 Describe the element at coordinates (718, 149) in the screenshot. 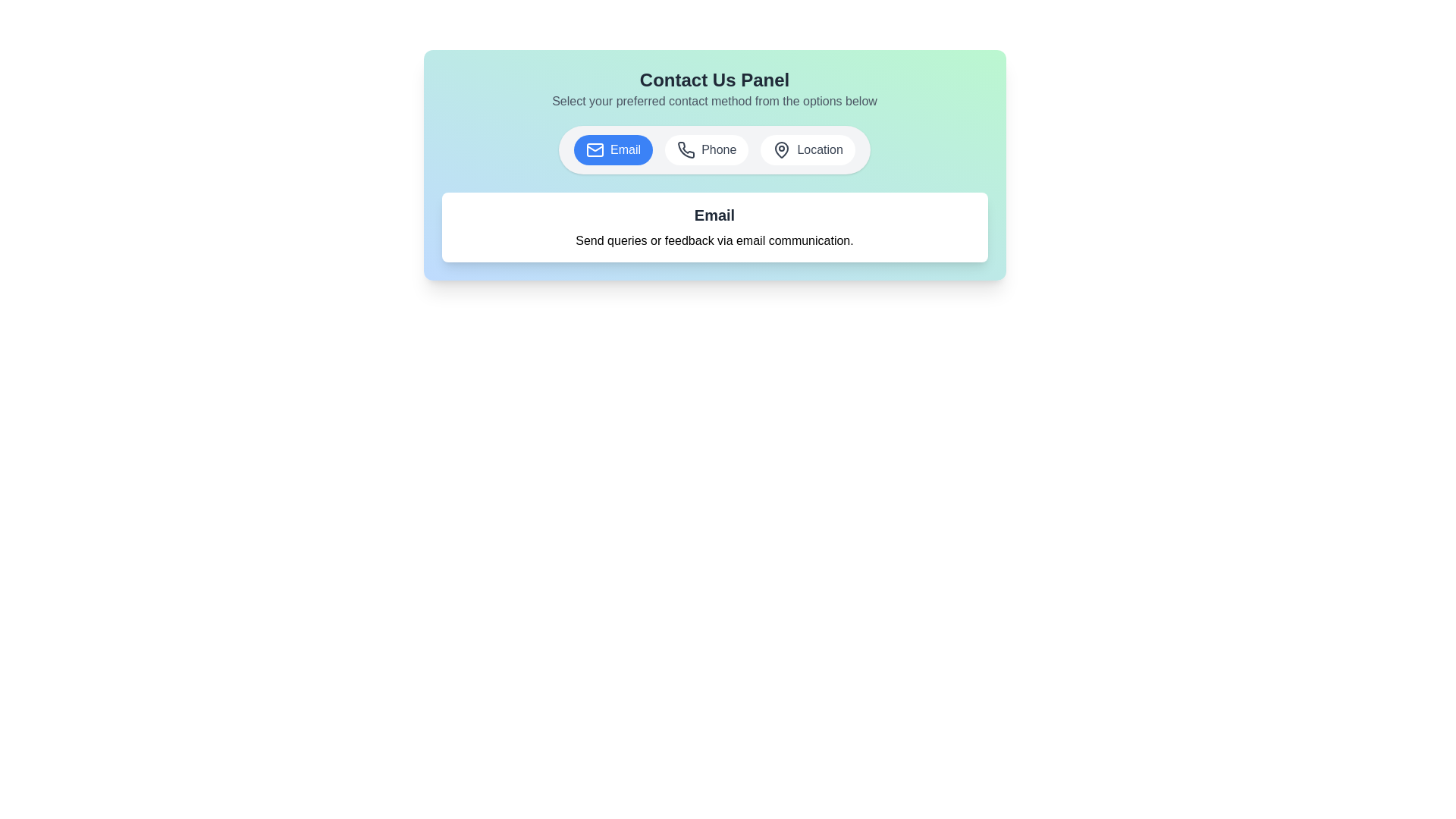

I see `the 'Phone' button text label for keyboard navigation within the 'Contact Us Panel' section` at that location.